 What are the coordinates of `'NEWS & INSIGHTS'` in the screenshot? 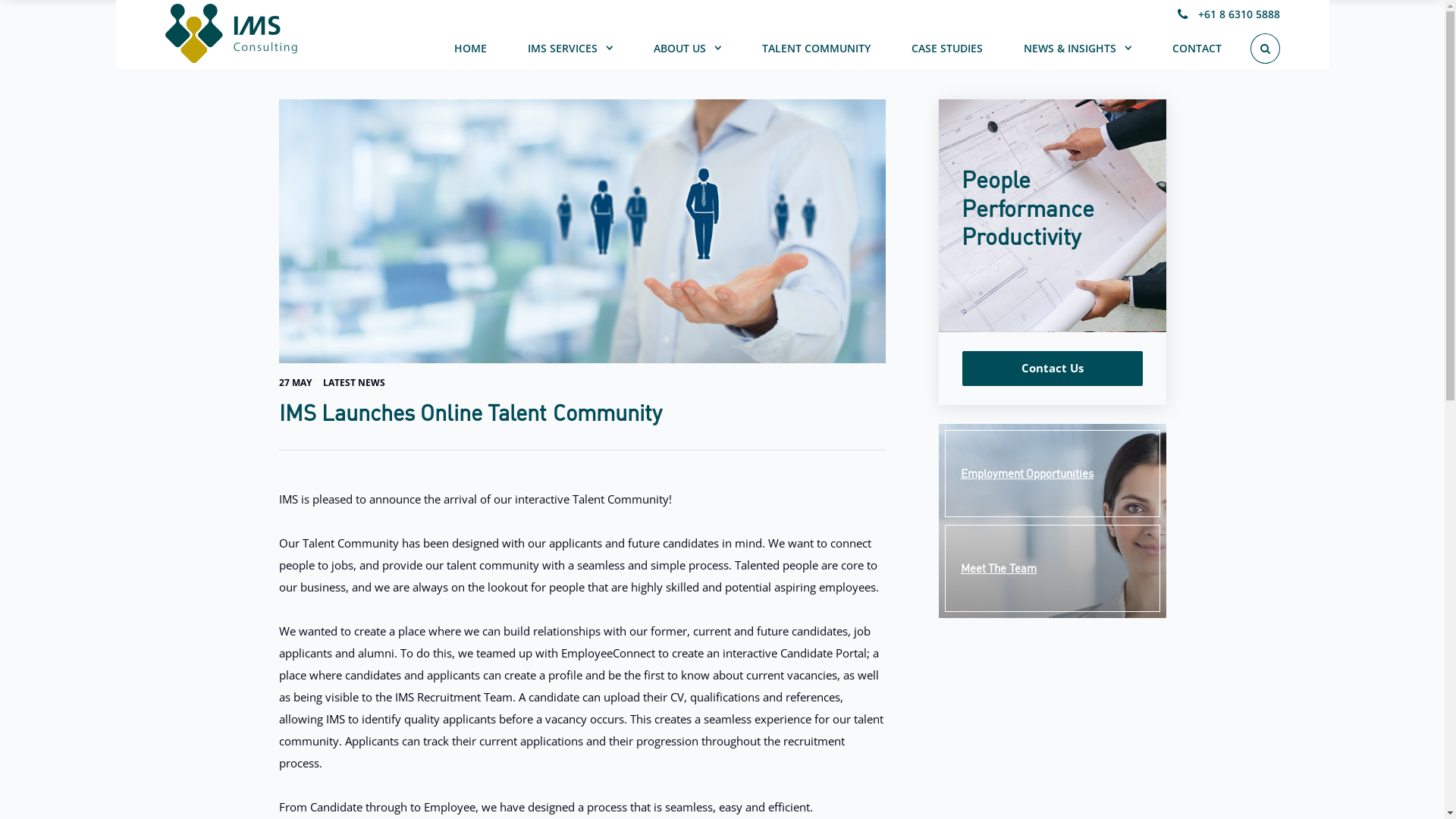 It's located at (1076, 51).